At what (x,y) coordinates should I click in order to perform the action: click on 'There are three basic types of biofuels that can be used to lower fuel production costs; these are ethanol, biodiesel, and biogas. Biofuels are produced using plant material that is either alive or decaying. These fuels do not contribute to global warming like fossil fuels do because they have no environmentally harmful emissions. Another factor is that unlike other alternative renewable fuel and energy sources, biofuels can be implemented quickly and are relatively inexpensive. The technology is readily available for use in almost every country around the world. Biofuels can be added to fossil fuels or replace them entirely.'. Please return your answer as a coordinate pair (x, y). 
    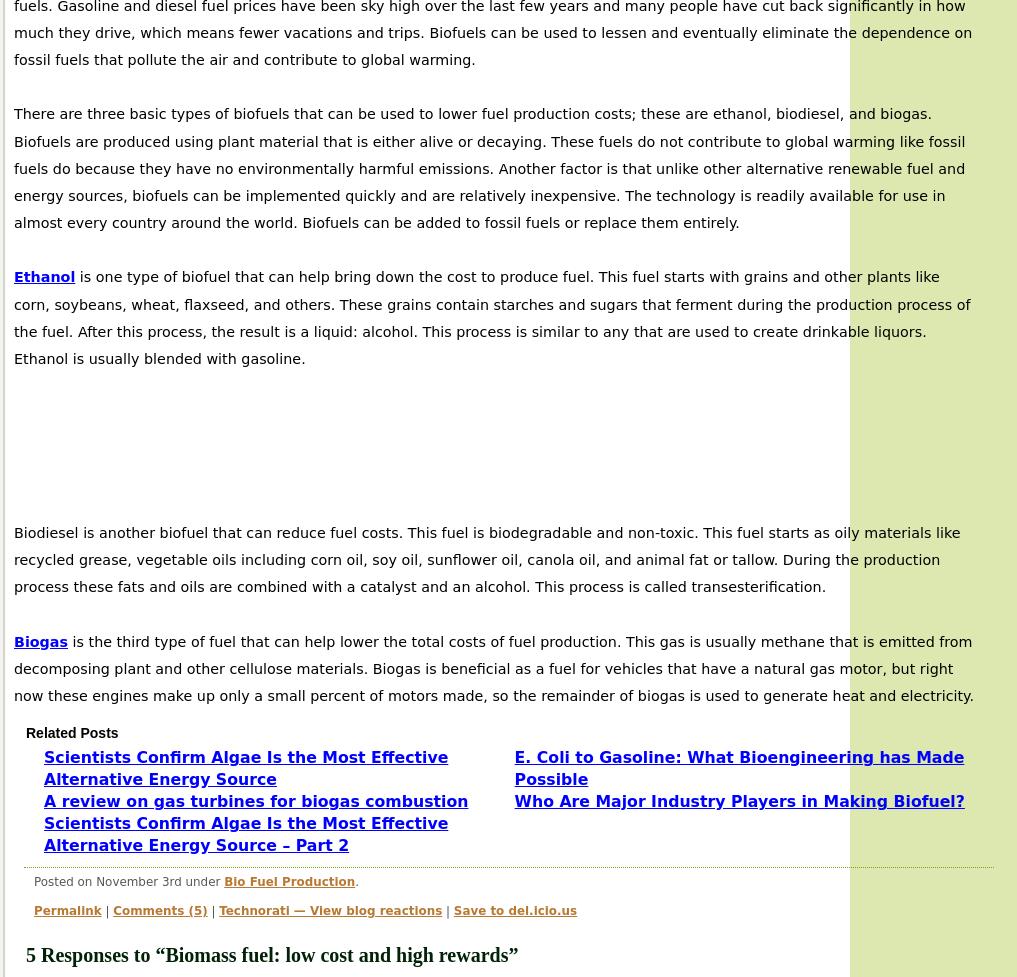
    Looking at the image, I should click on (488, 167).